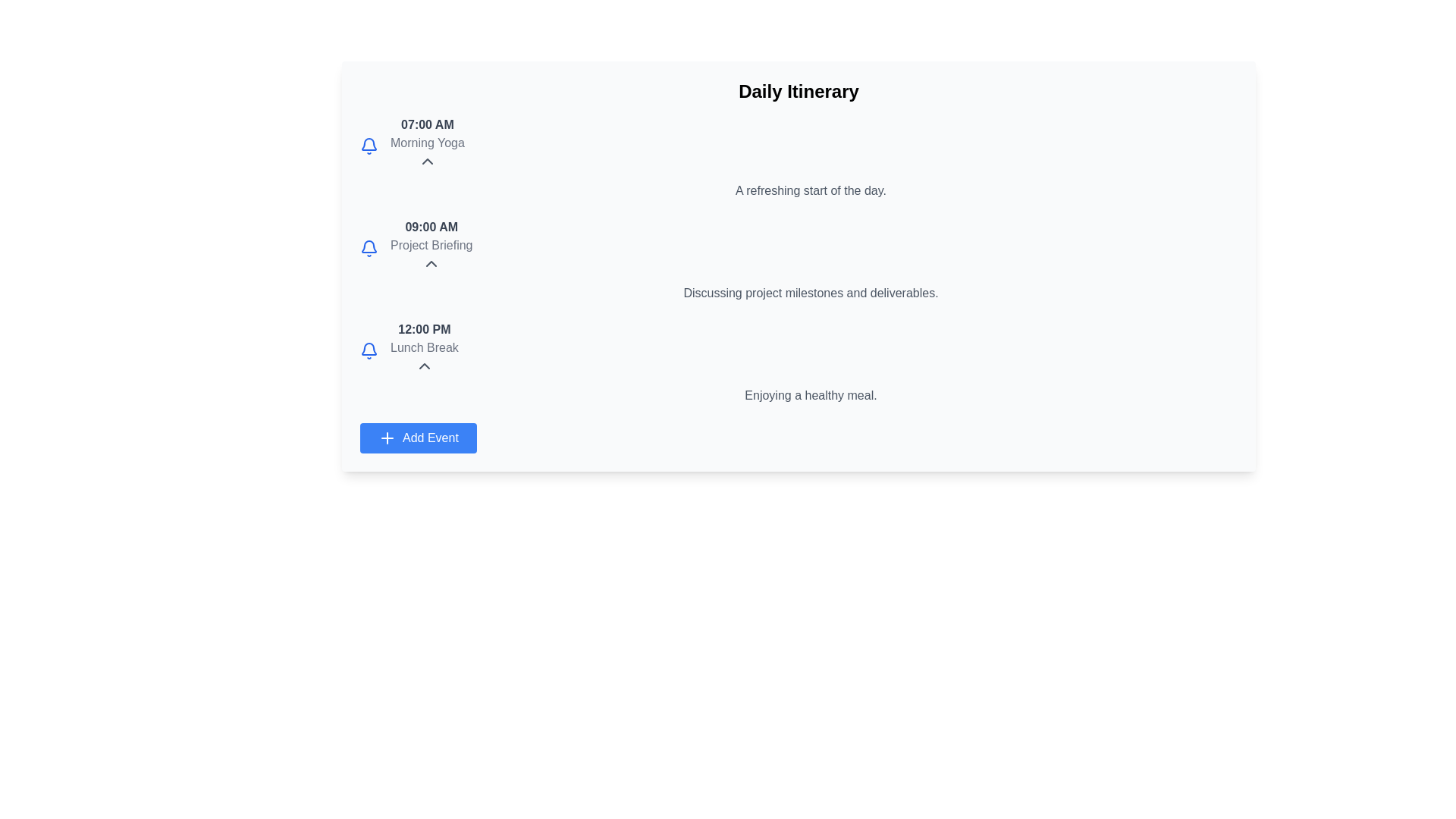 This screenshot has height=819, width=1456. Describe the element at coordinates (424, 329) in the screenshot. I see `the 'Lunch Break' scheduled time label in the Daily Itinerary panel, located in the third time slot of the left column` at that location.